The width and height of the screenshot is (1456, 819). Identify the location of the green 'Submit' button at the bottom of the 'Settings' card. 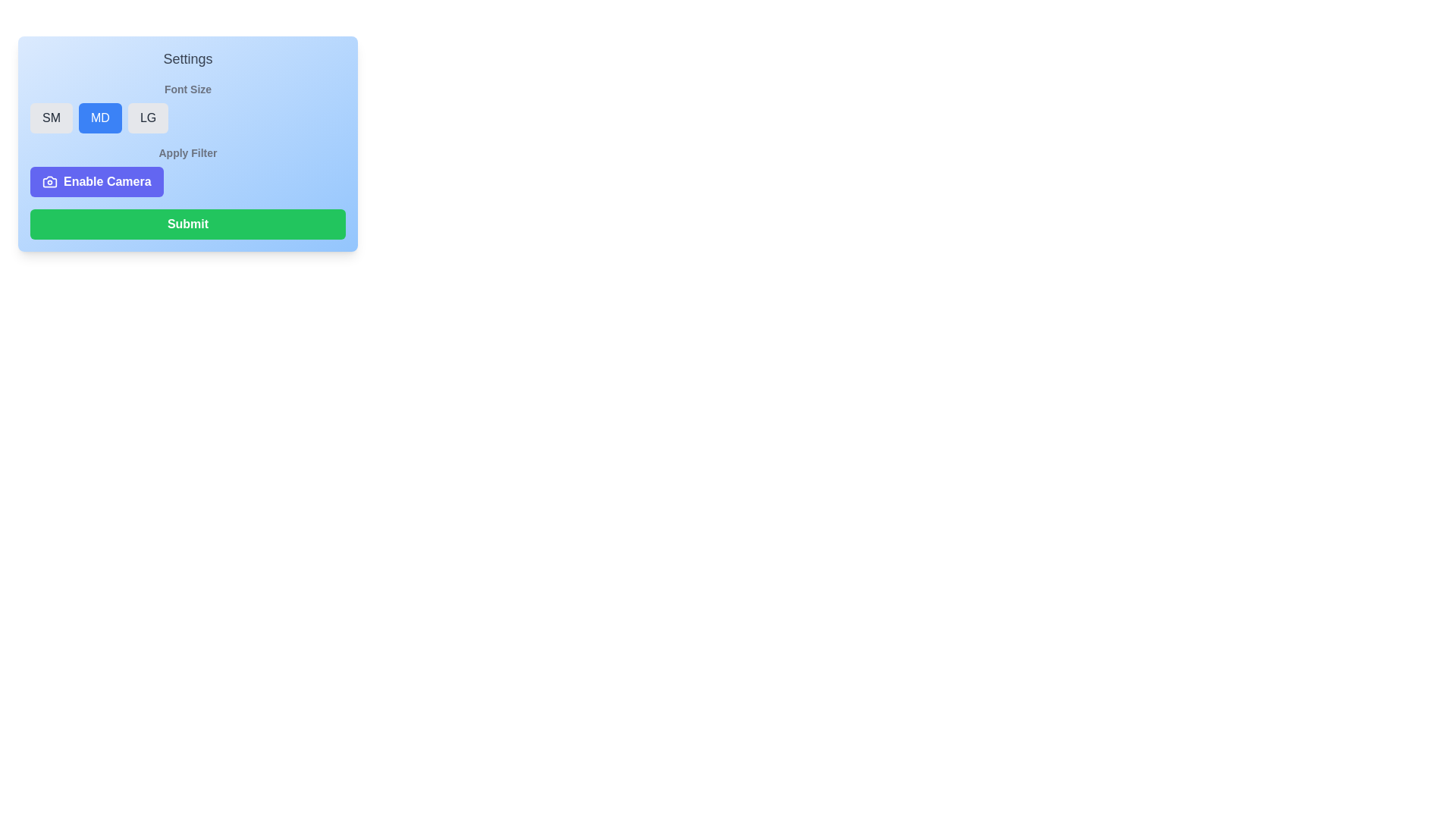
(187, 224).